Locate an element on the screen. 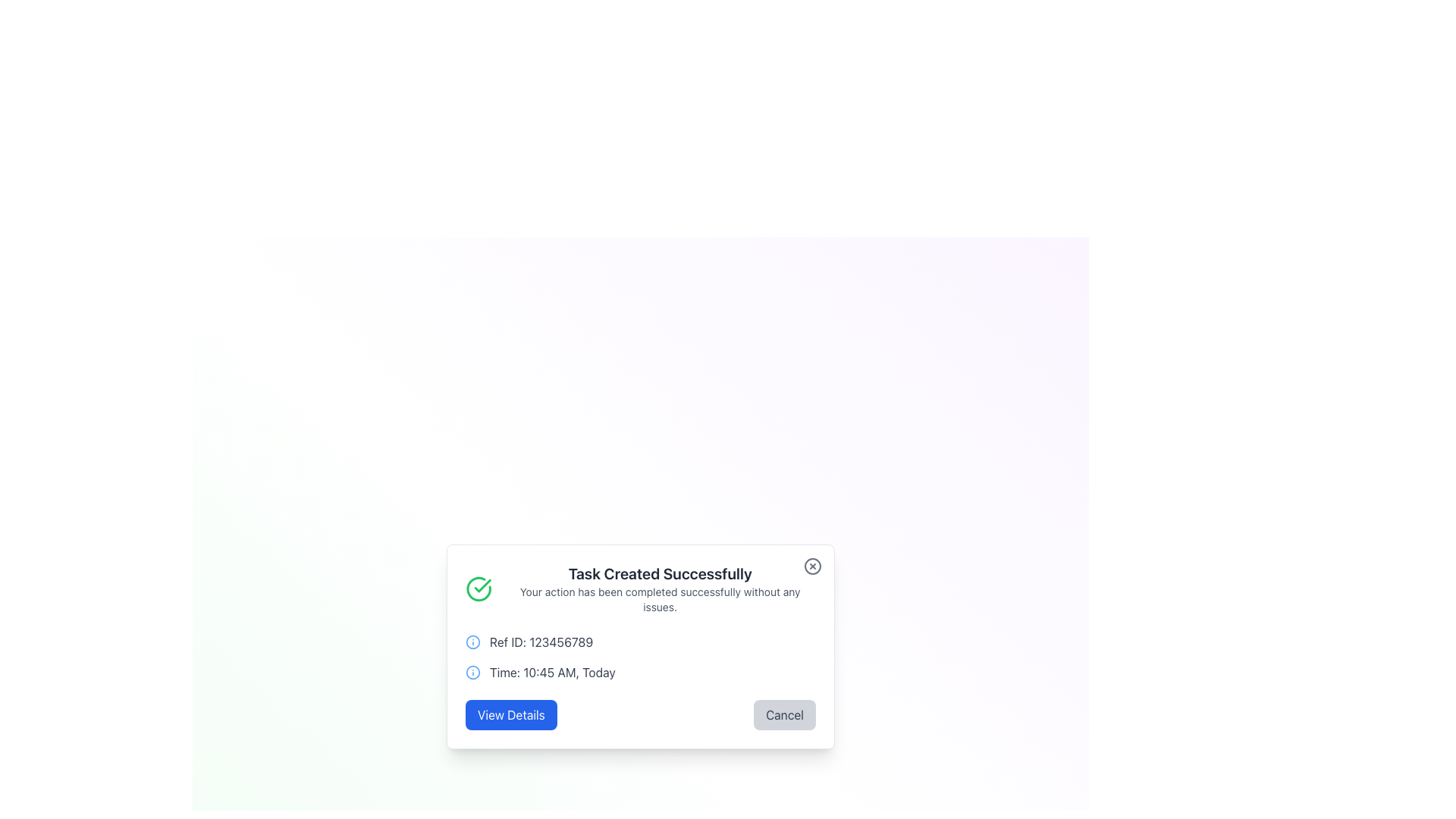 This screenshot has width=1456, height=819. the central circle of the info icon, which is part of the notification dialog box located to the left of the 'Ref ID' text is located at coordinates (472, 672).